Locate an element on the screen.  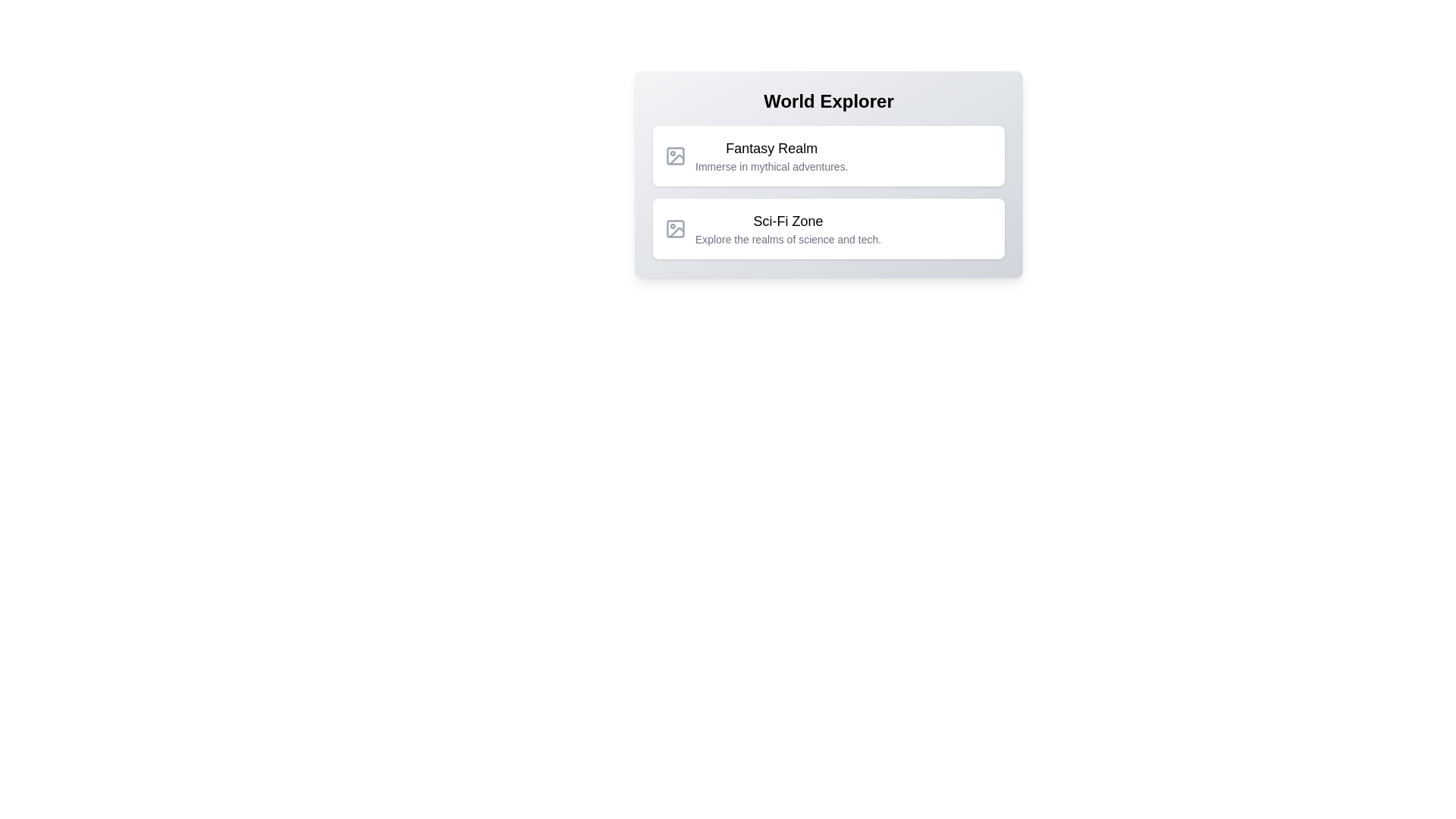
the small rectangle with rounded corners inside the image icon, which symbolizes an image or picture placeholder, located in the top-left portion of the icon next to the 'Fantasy Realm' text section is located at coordinates (675, 155).